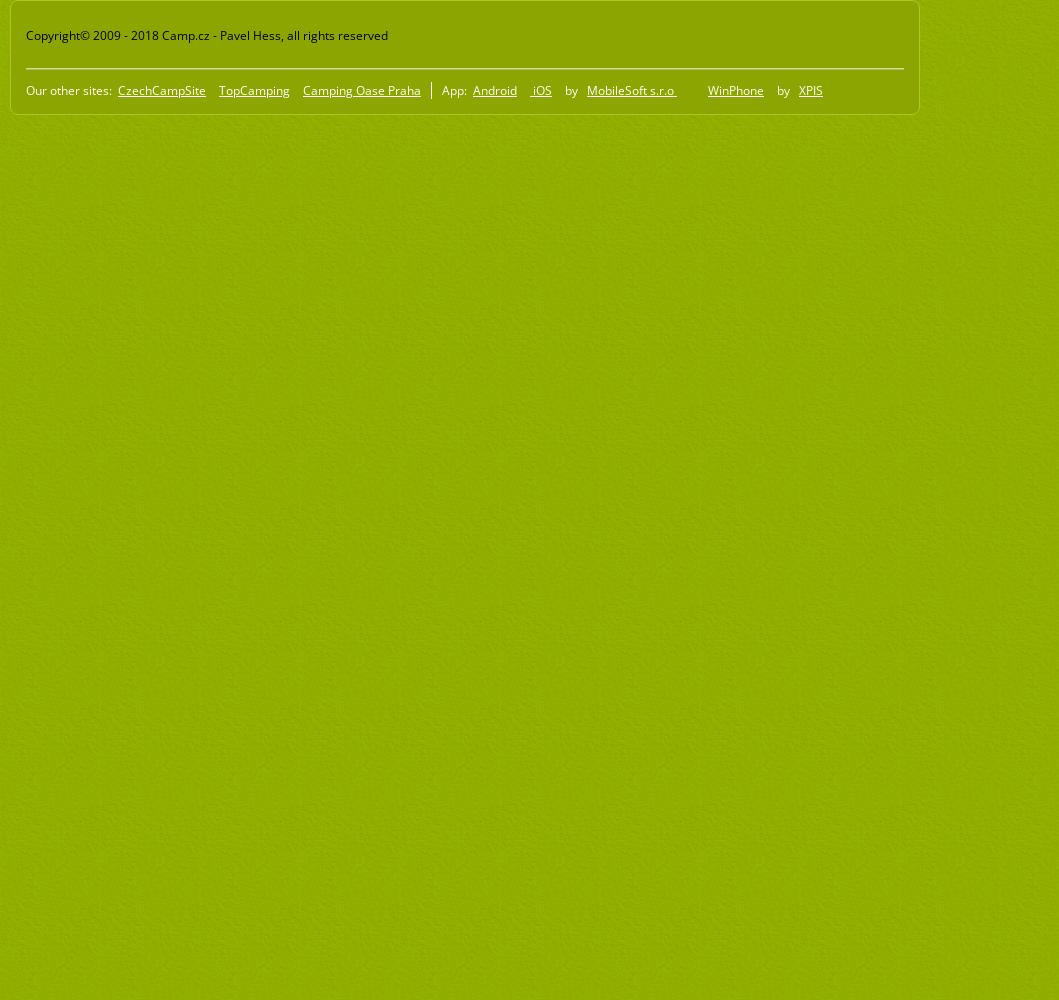 This screenshot has height=1000, width=1059. I want to click on 'Copyright© 2009 - 2018 Camp.cz - Pavel Hess, all rights reserved', so click(206, 34).